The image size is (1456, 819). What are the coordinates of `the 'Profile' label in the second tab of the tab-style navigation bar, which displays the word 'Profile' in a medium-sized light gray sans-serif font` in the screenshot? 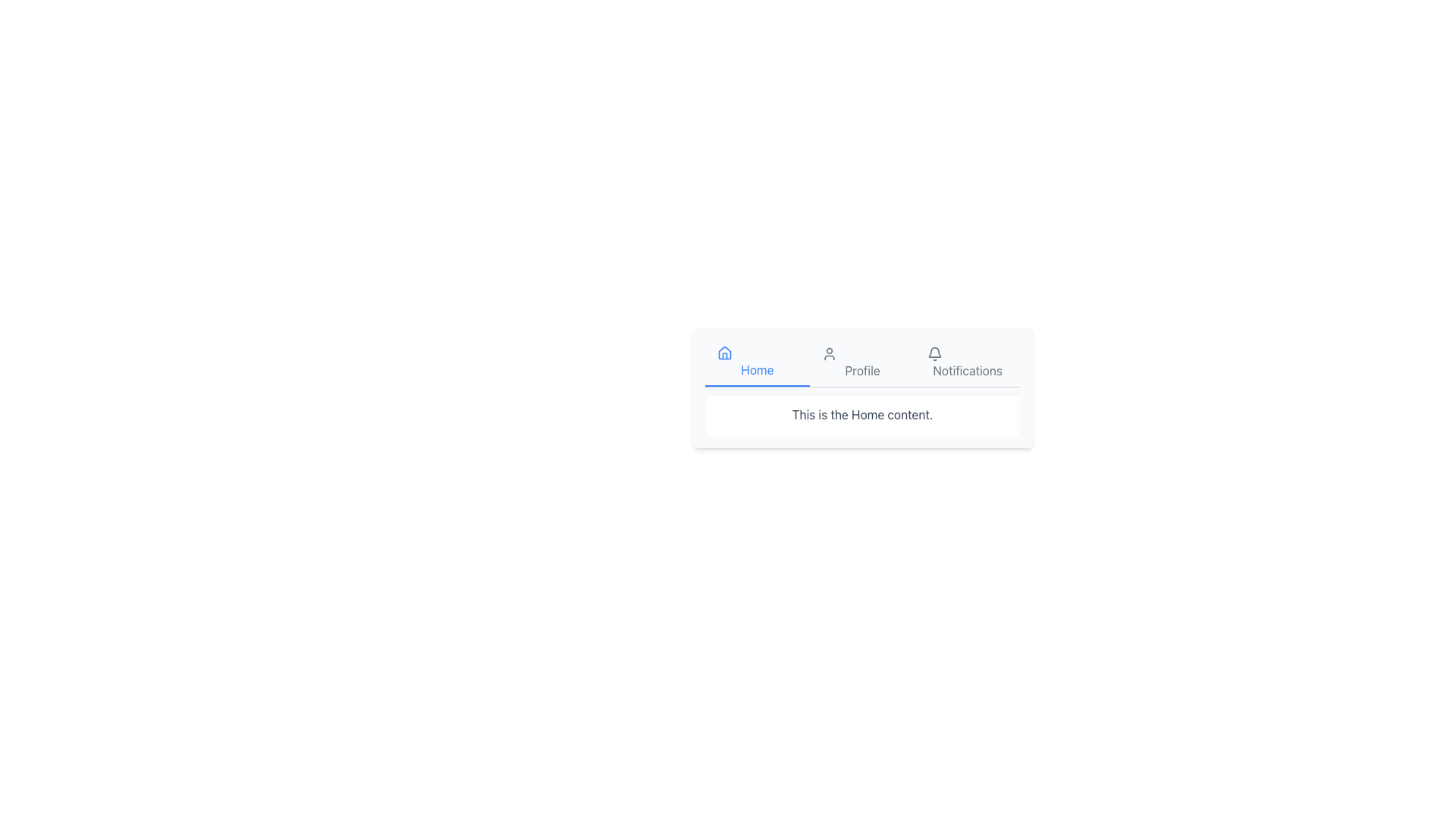 It's located at (862, 371).